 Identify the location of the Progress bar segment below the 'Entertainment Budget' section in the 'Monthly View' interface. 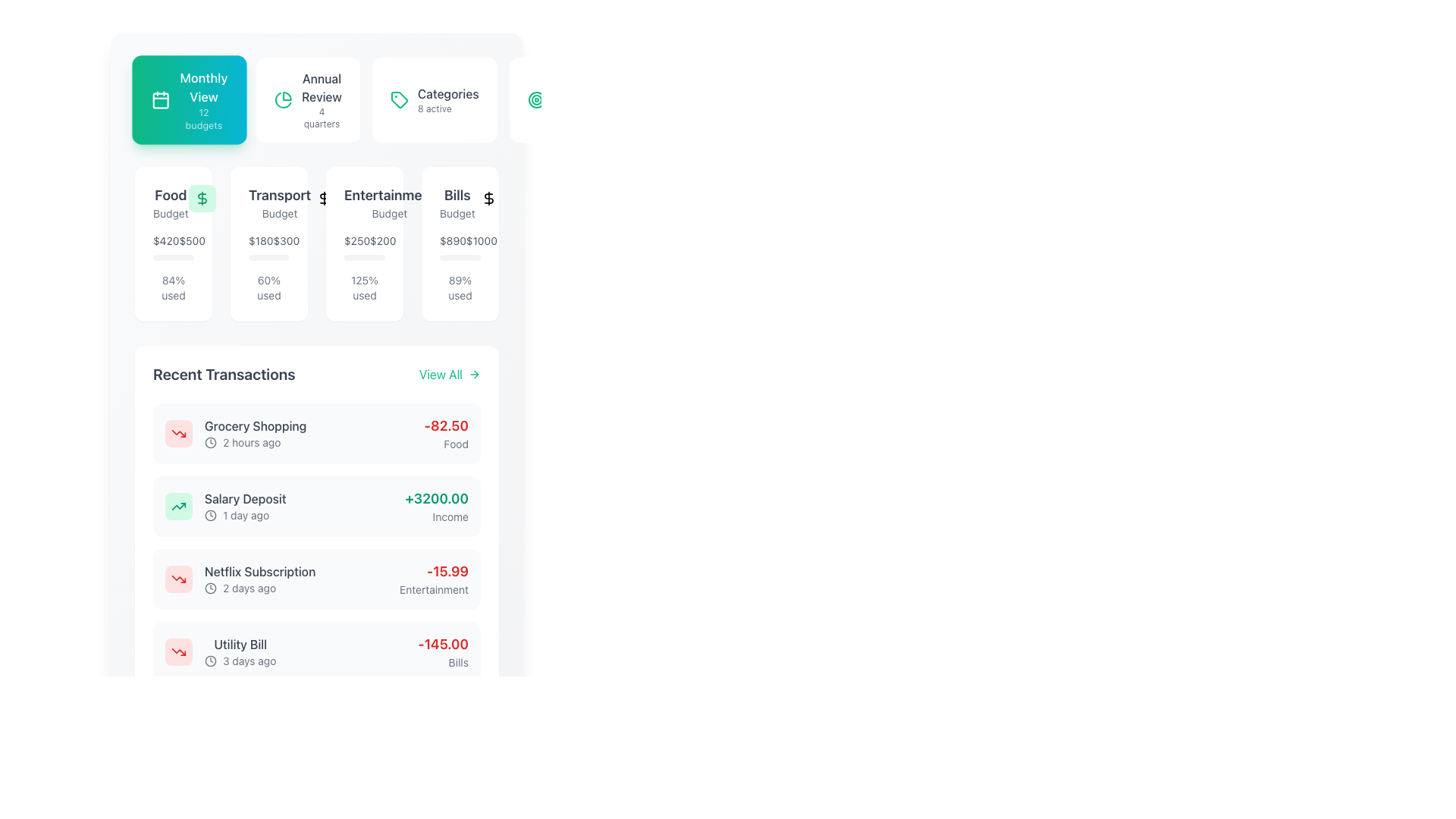
(369, 256).